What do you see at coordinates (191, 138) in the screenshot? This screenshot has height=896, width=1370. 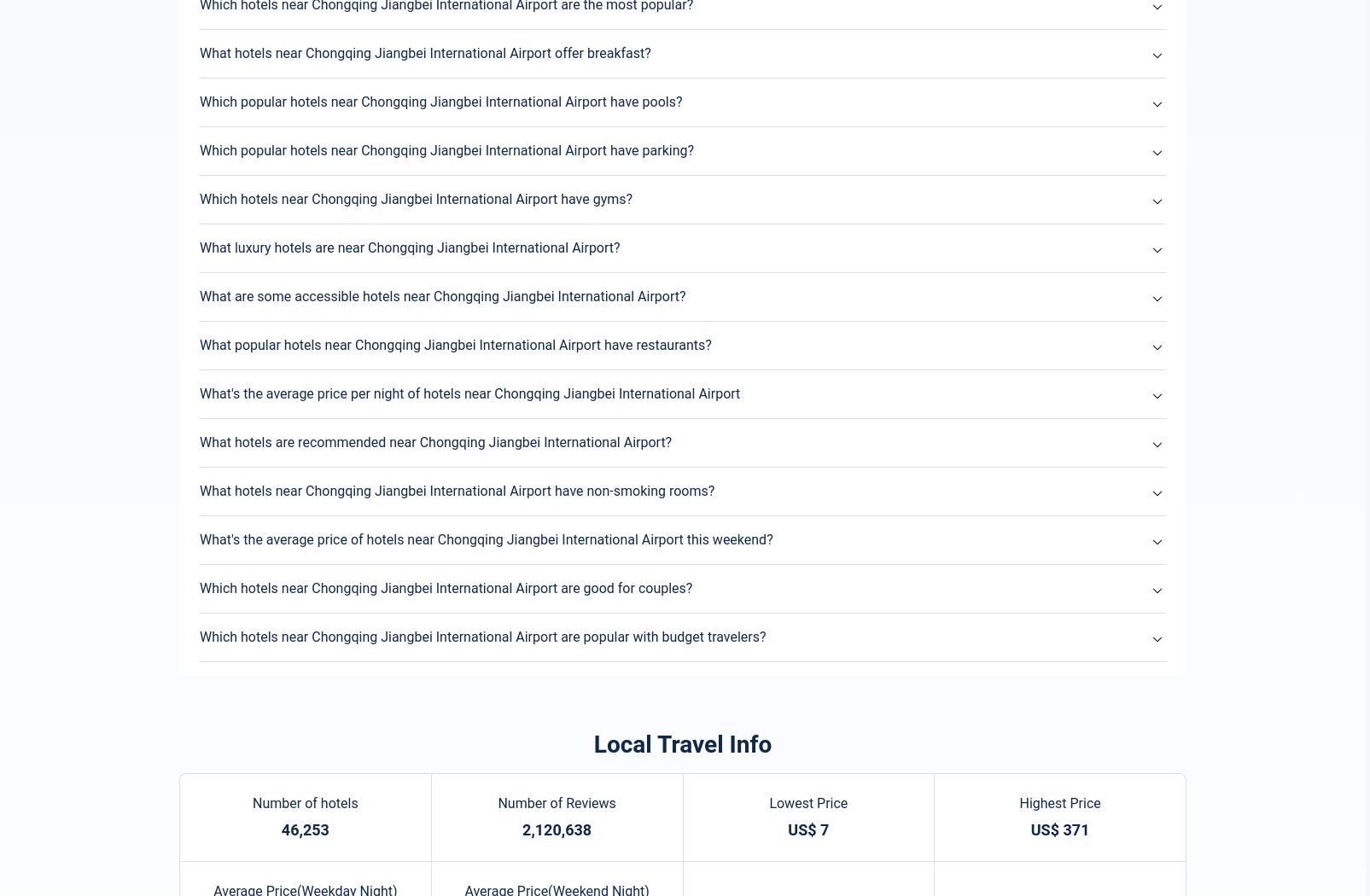 I see `'Discover our trending hotels close to Chongqing Jiangbei International Airport'` at bounding box center [191, 138].